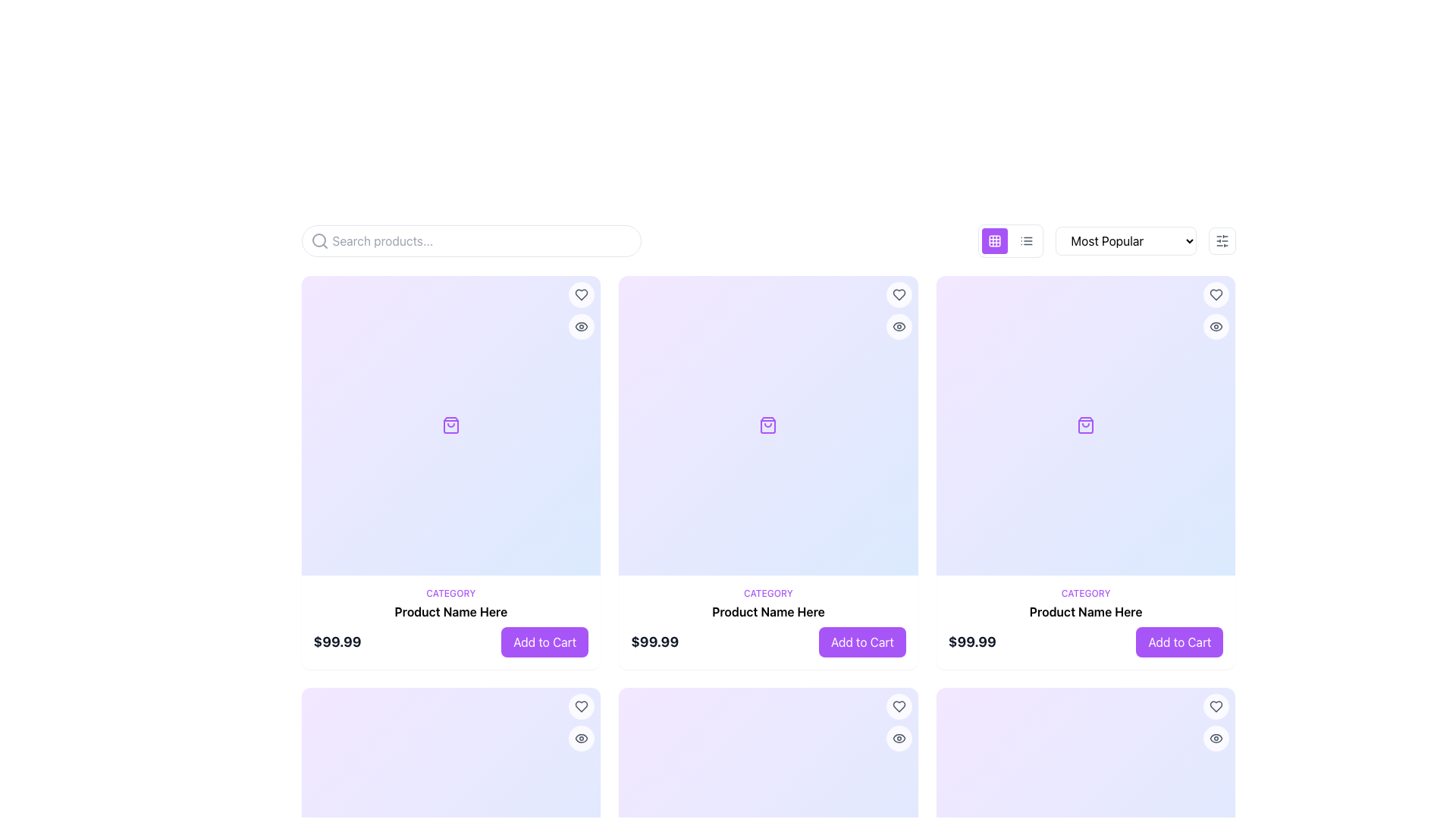 The image size is (1456, 819). I want to click on the circular eye icon button located in the lower-right corner of the product card, so click(581, 737).